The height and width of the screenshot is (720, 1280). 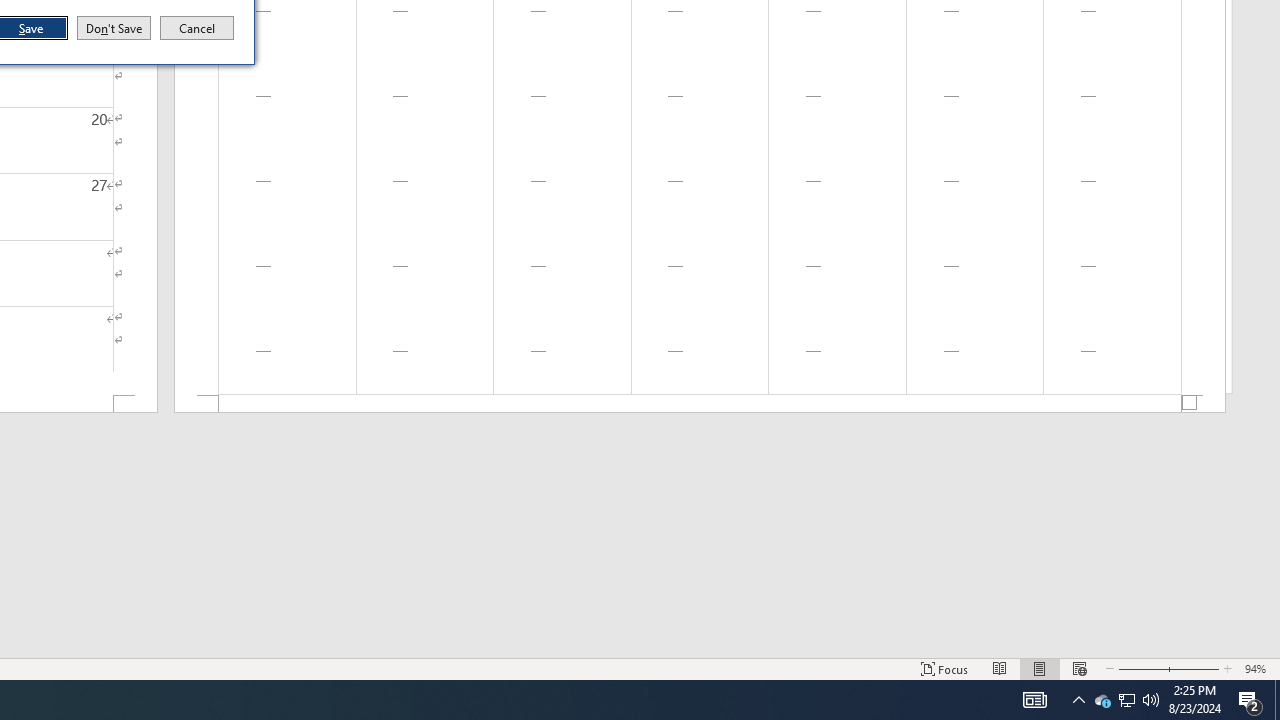 I want to click on 'Focus ', so click(x=943, y=669).